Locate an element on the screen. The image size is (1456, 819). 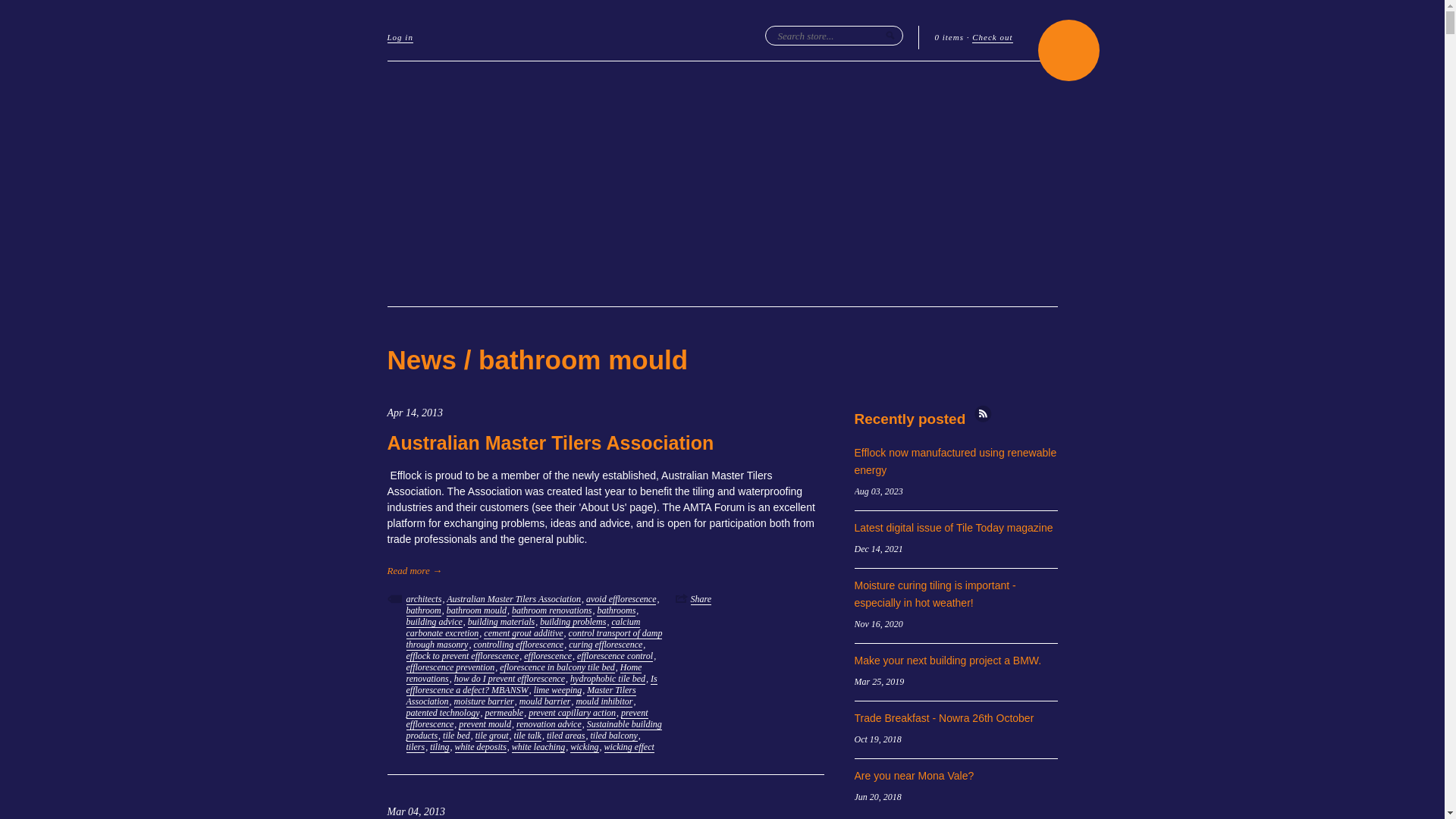
'patented technology' is located at coordinates (442, 713).